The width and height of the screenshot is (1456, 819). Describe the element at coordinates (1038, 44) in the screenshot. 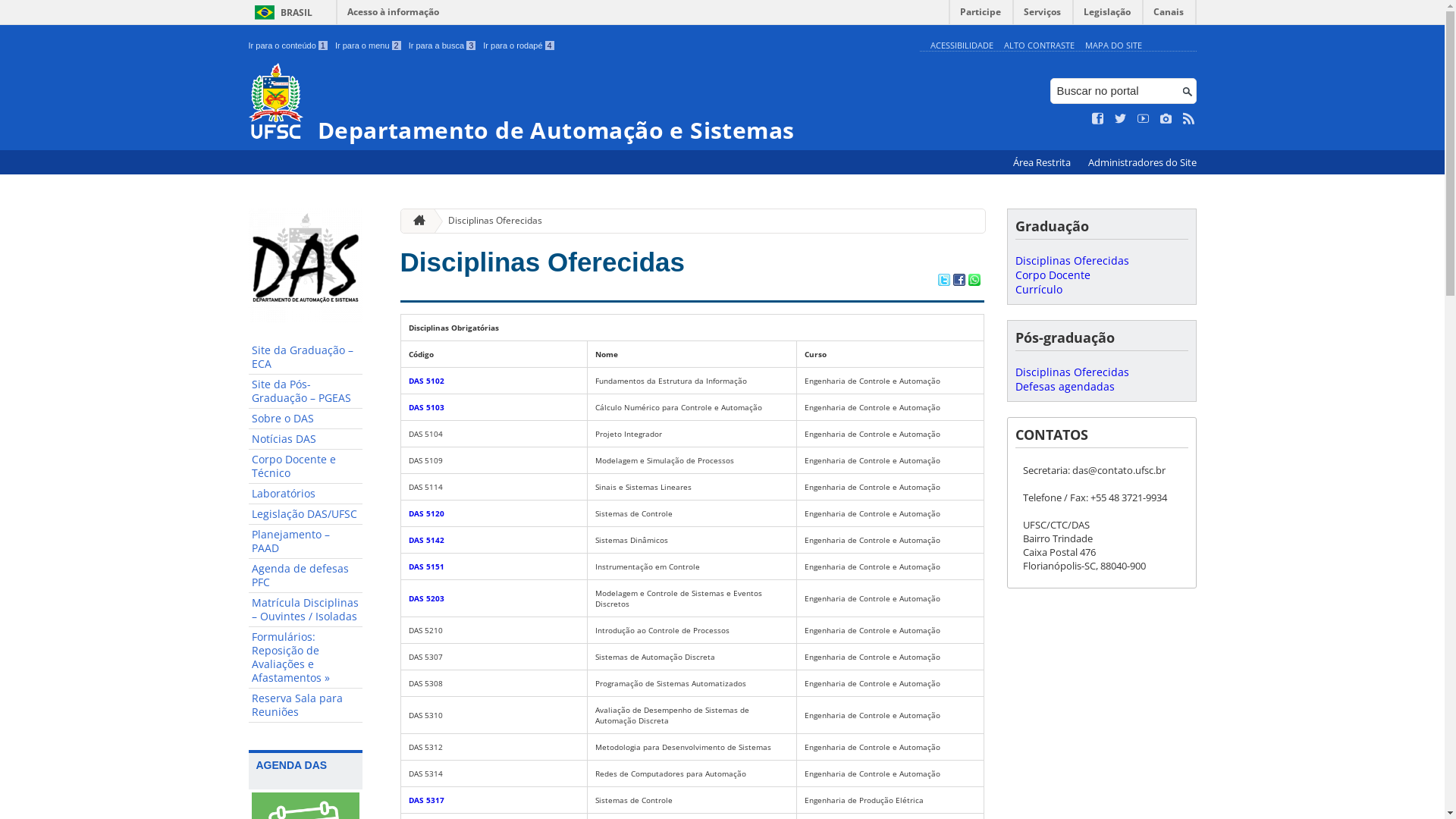

I see `'ALTO CONTRASTE'` at that location.